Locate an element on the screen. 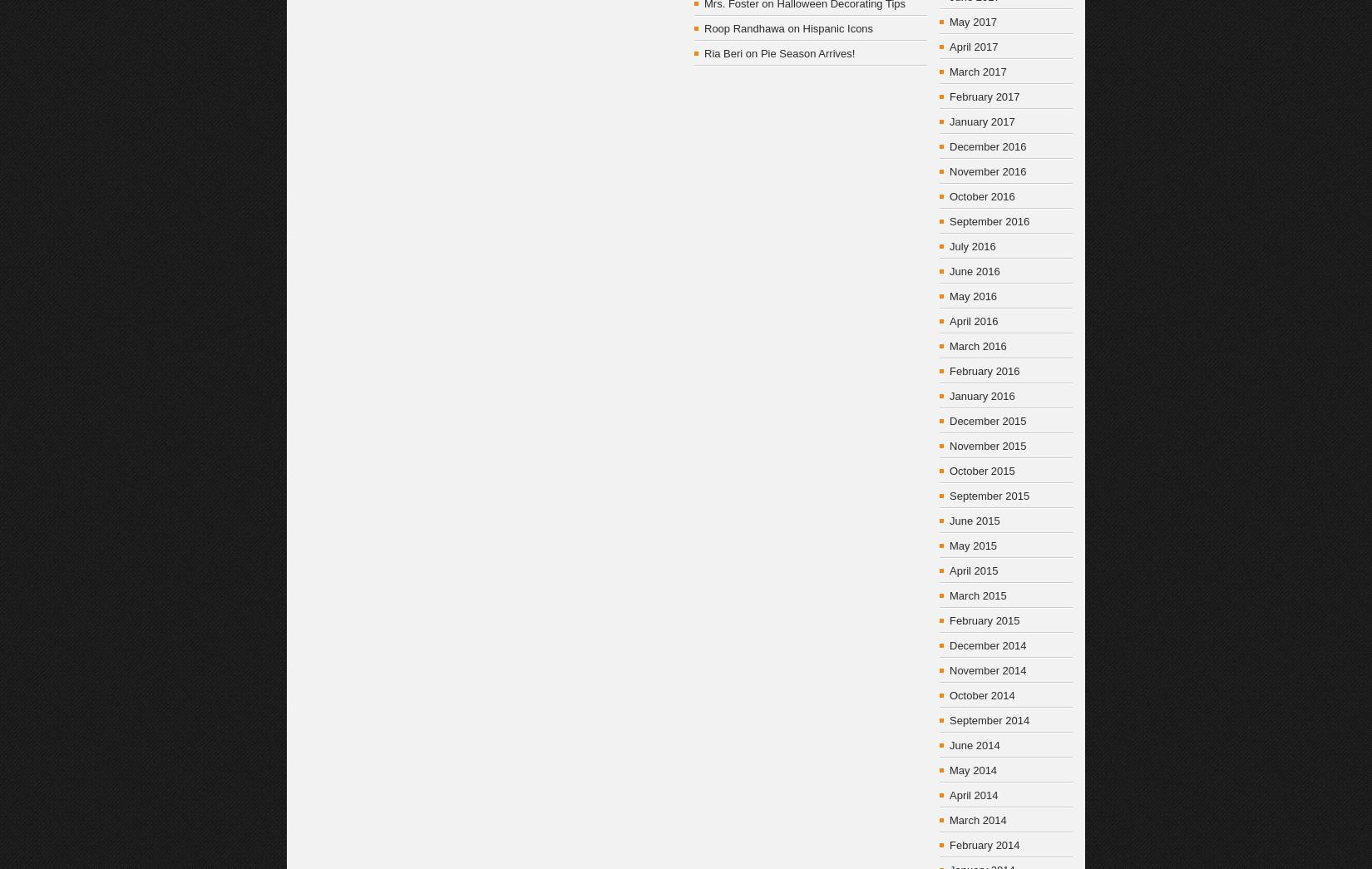 The height and width of the screenshot is (869, 1372). 'March 2016' is located at coordinates (977, 346).